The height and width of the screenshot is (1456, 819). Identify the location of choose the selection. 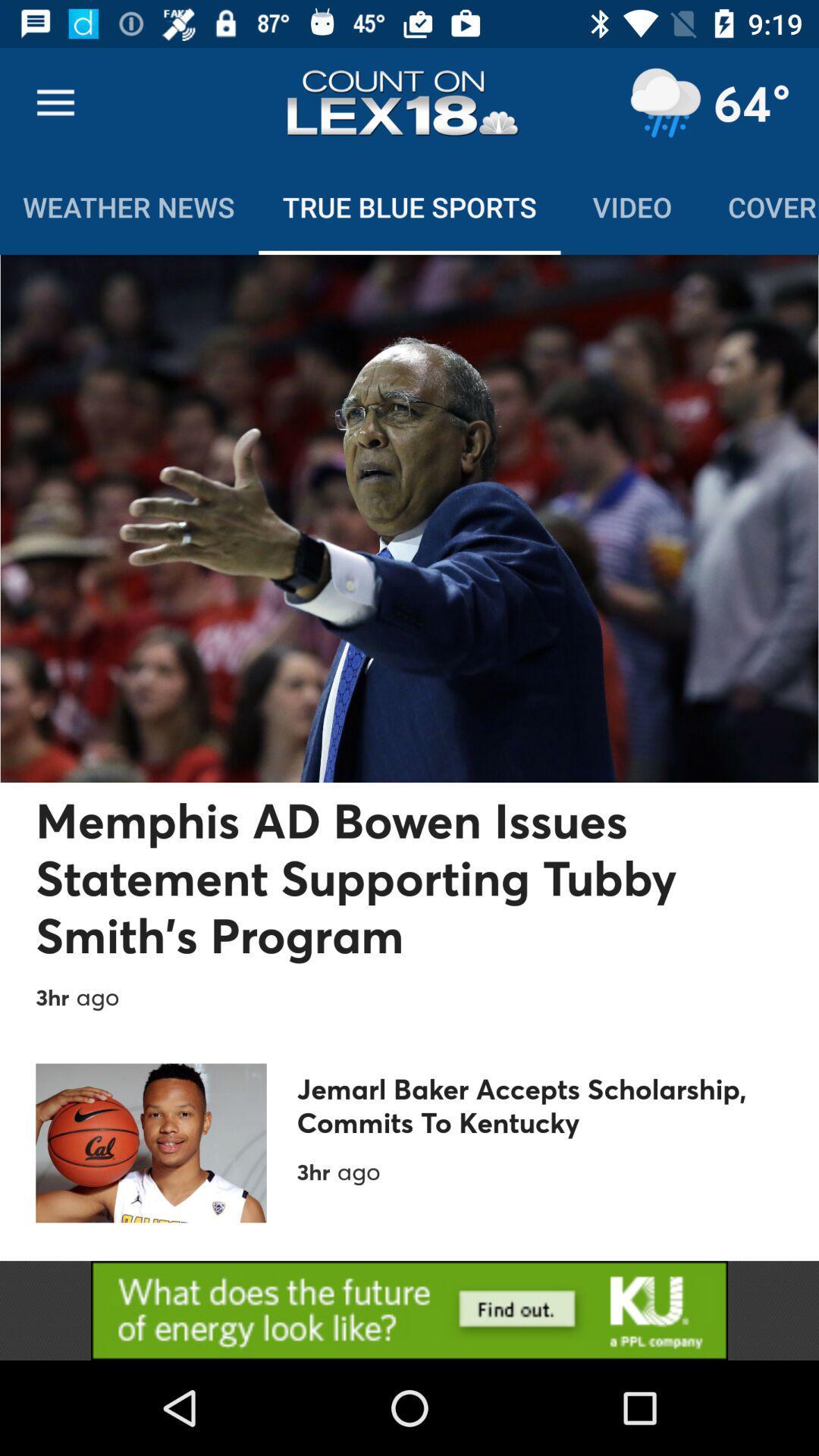
(409, 1310).